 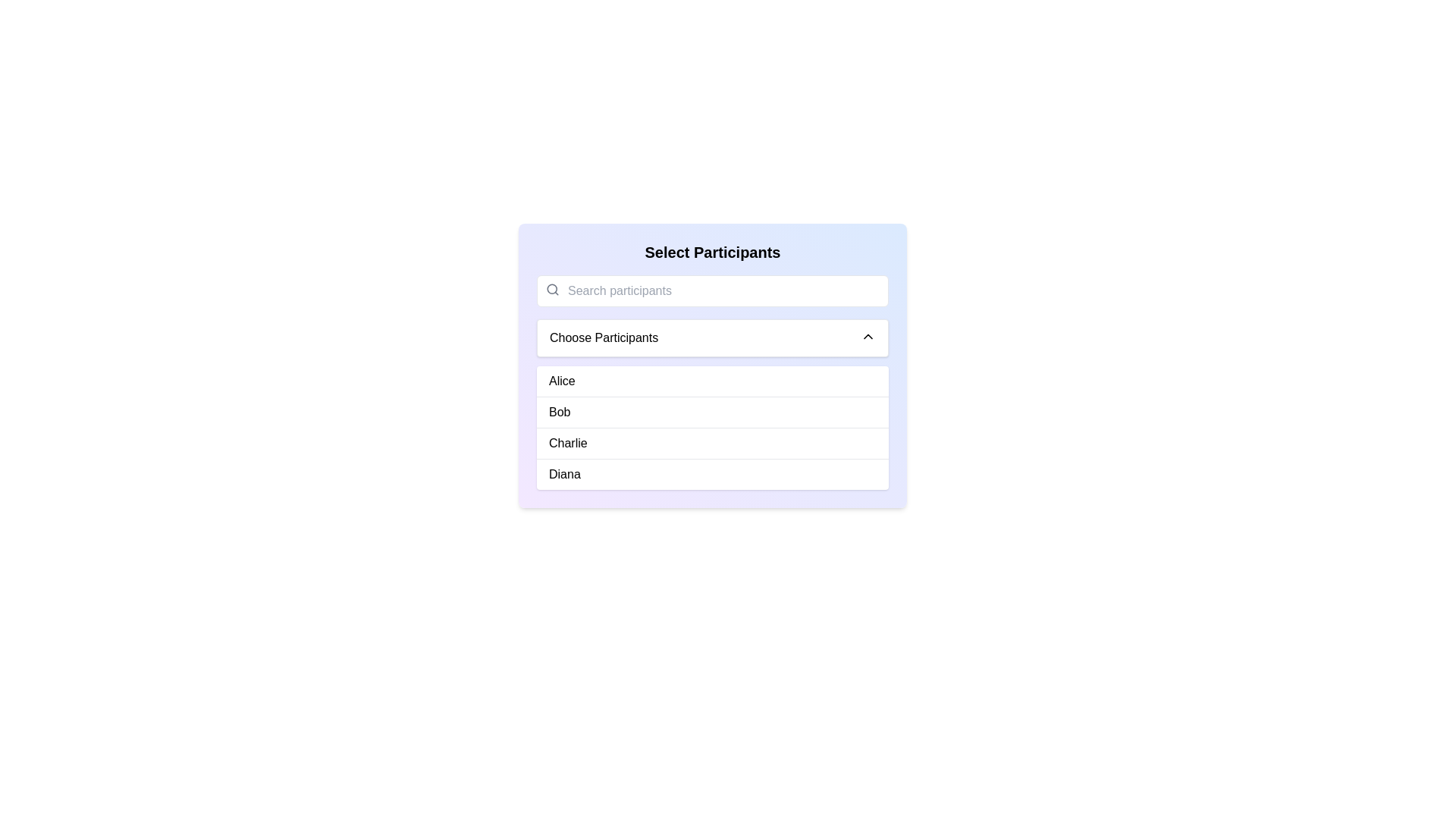 I want to click on the SVG circle element located in the toolbar area above the participant selection input field, so click(x=551, y=289).